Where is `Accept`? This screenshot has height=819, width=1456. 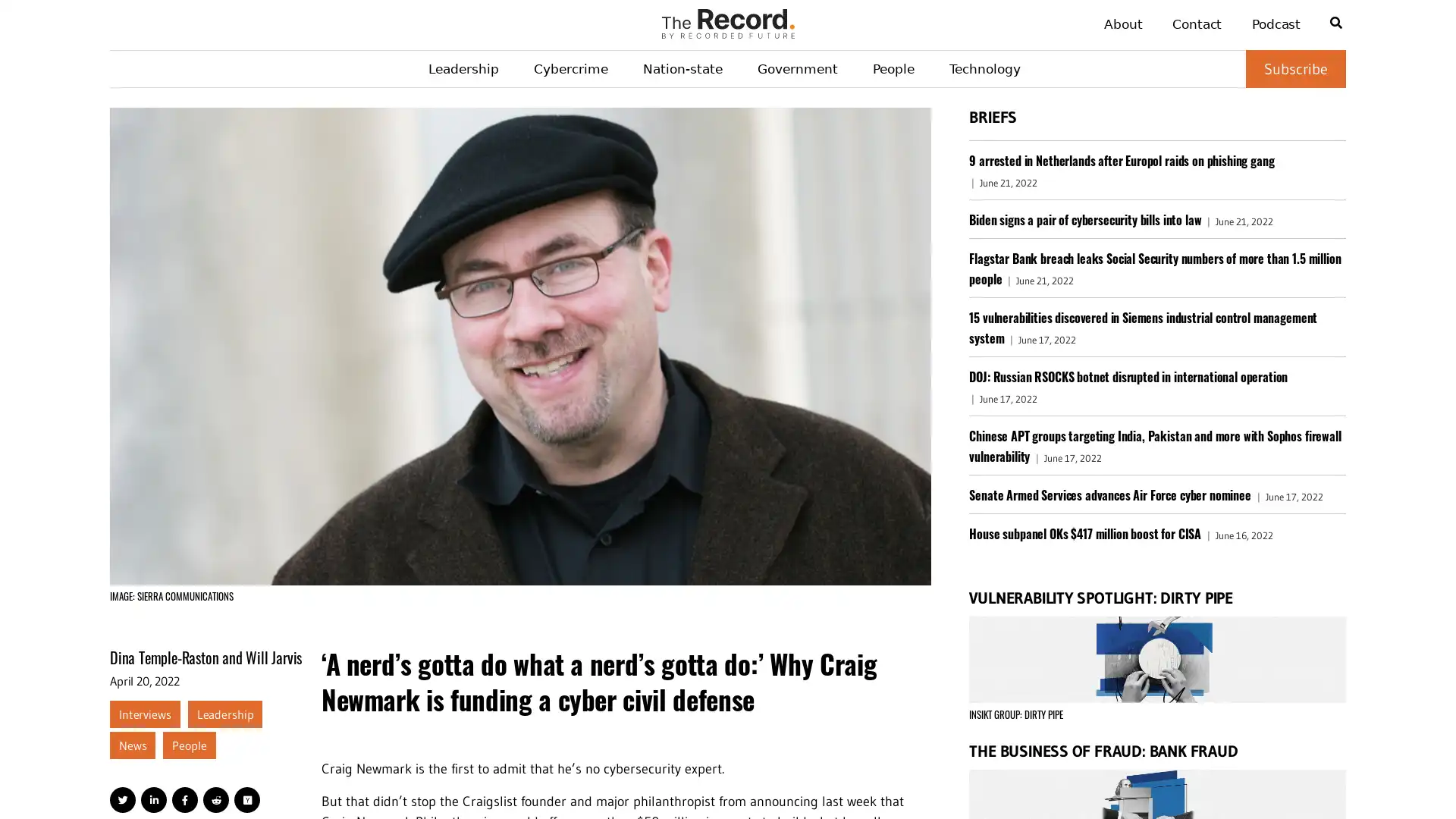 Accept is located at coordinates (1403, 781).